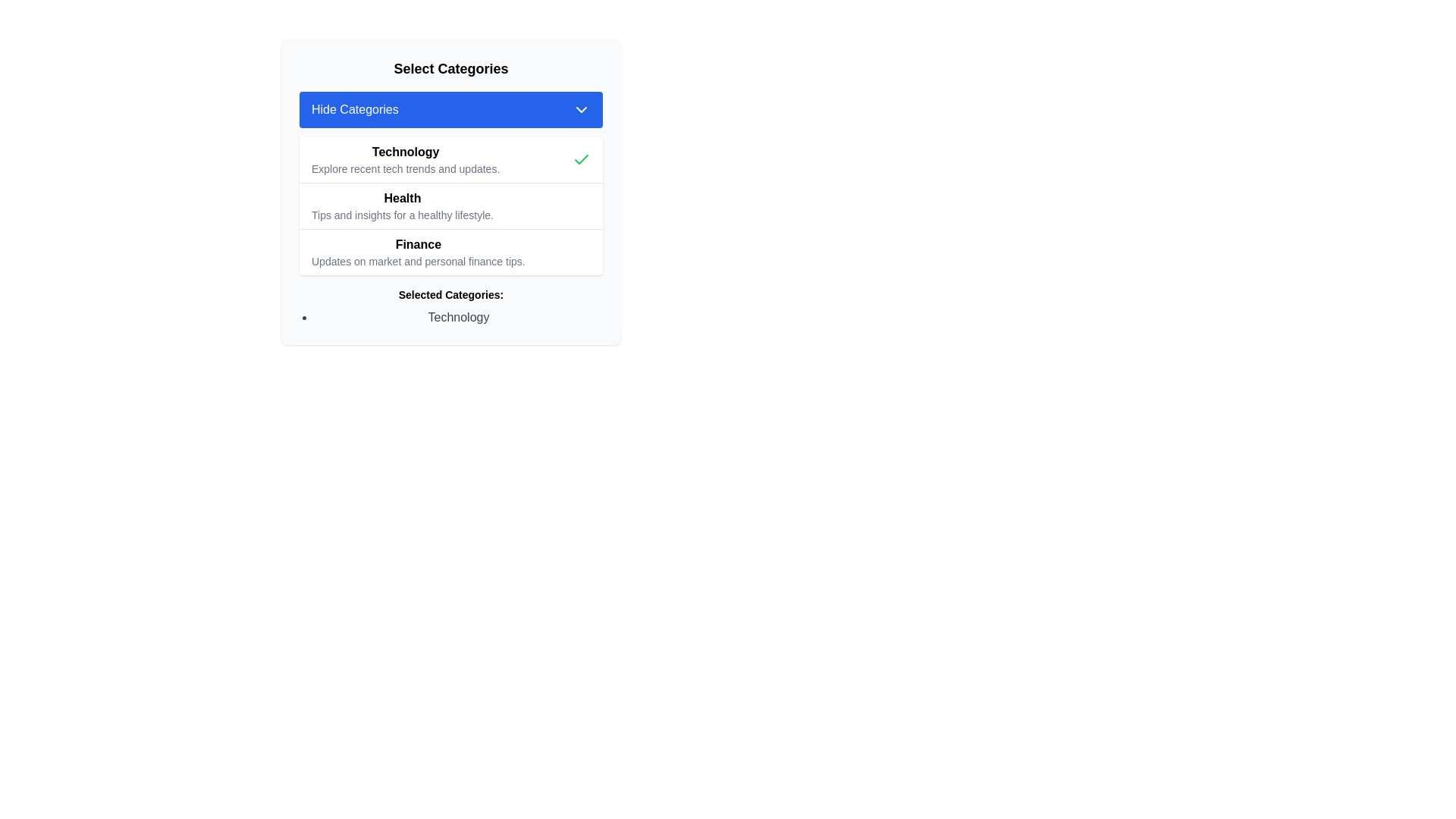 This screenshot has height=819, width=1456. I want to click on the static text label displaying 'Tips and insights for a healthy lifestyle.' located below the 'Health' heading, so click(402, 215).